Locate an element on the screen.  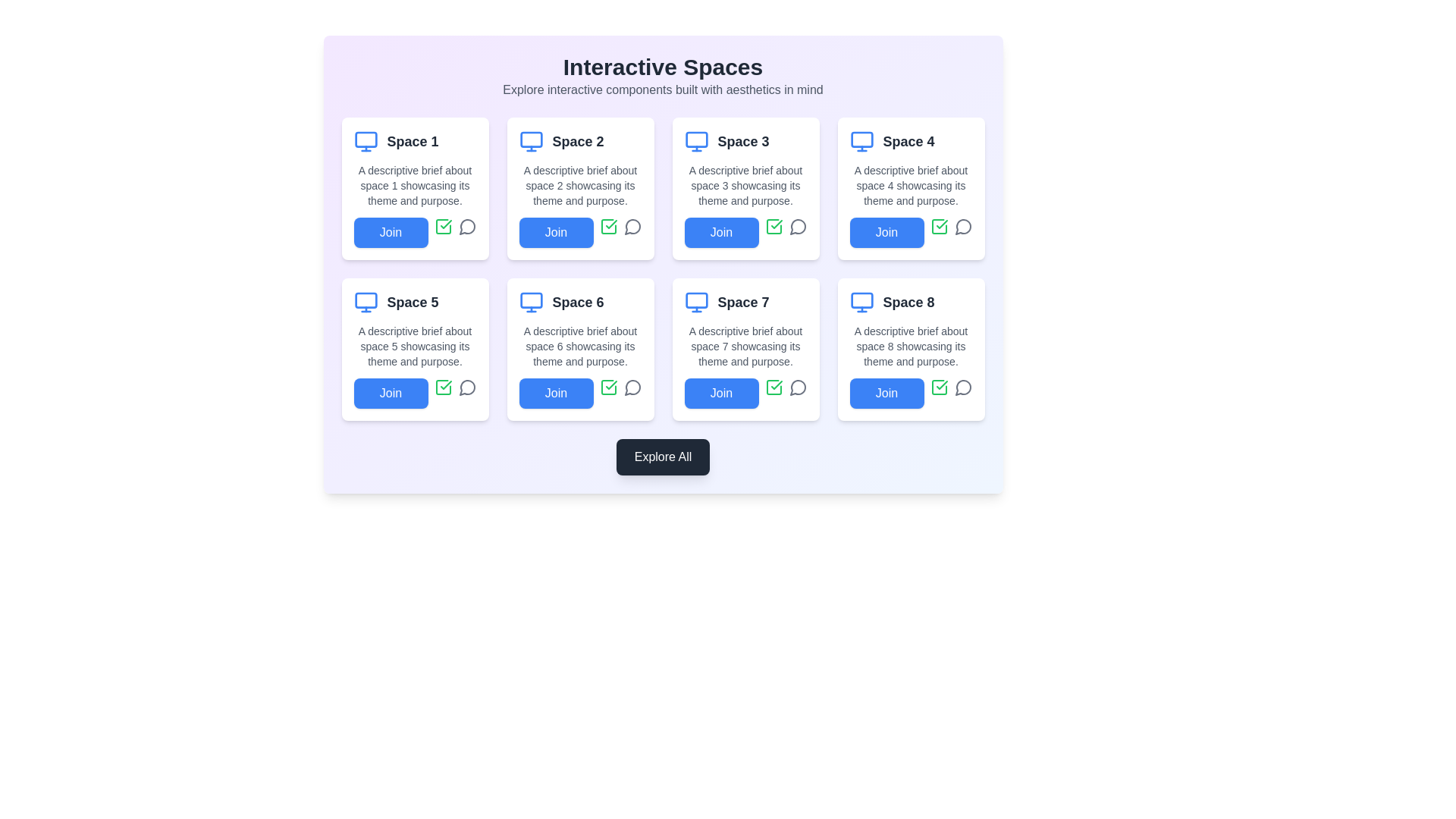
the 'Explore All' button at the bottom center of the card layout is located at coordinates (663, 456).